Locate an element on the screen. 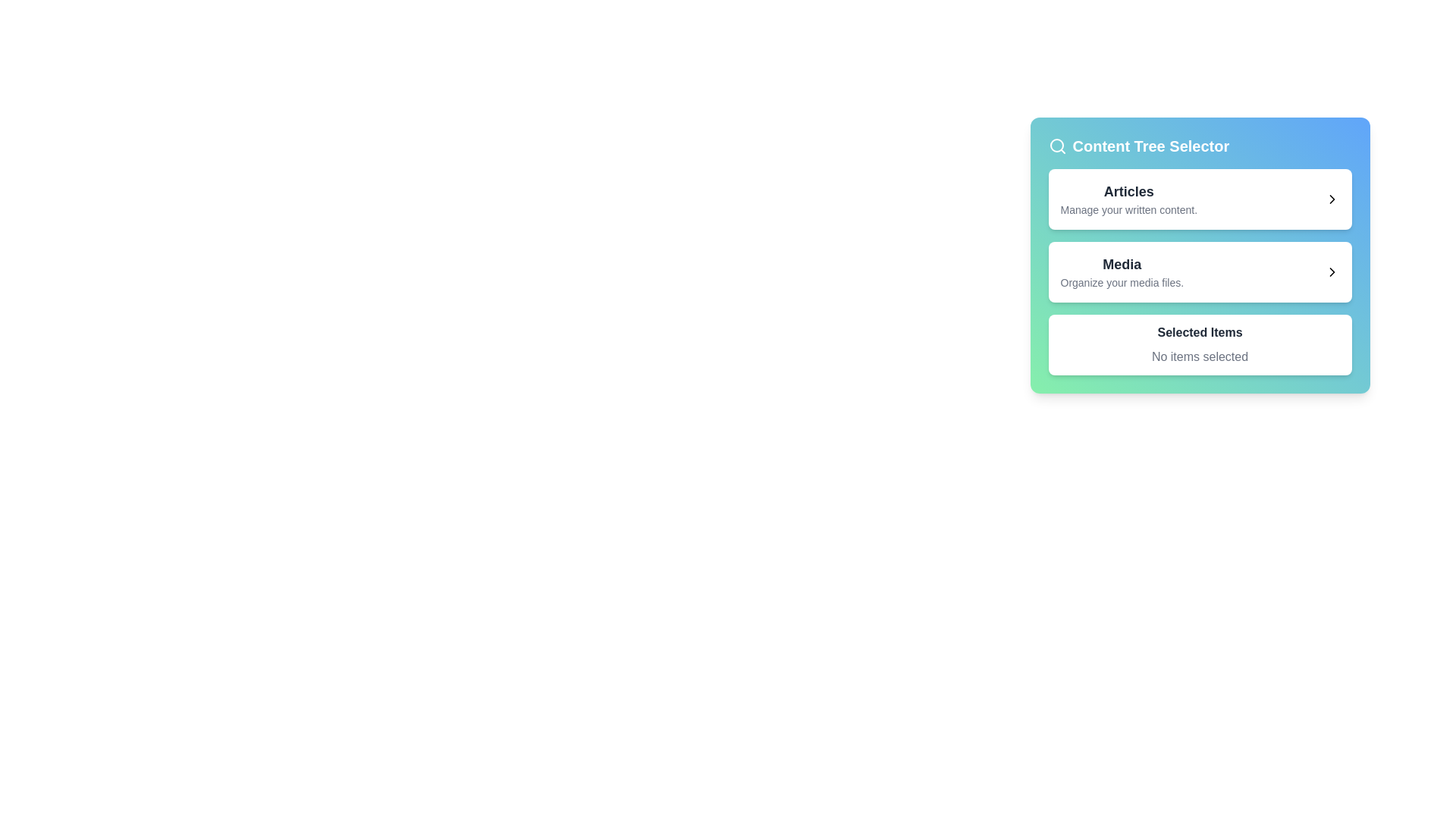  the navigation section of the 'Content Tree Selector' panel is located at coordinates (1199, 236).